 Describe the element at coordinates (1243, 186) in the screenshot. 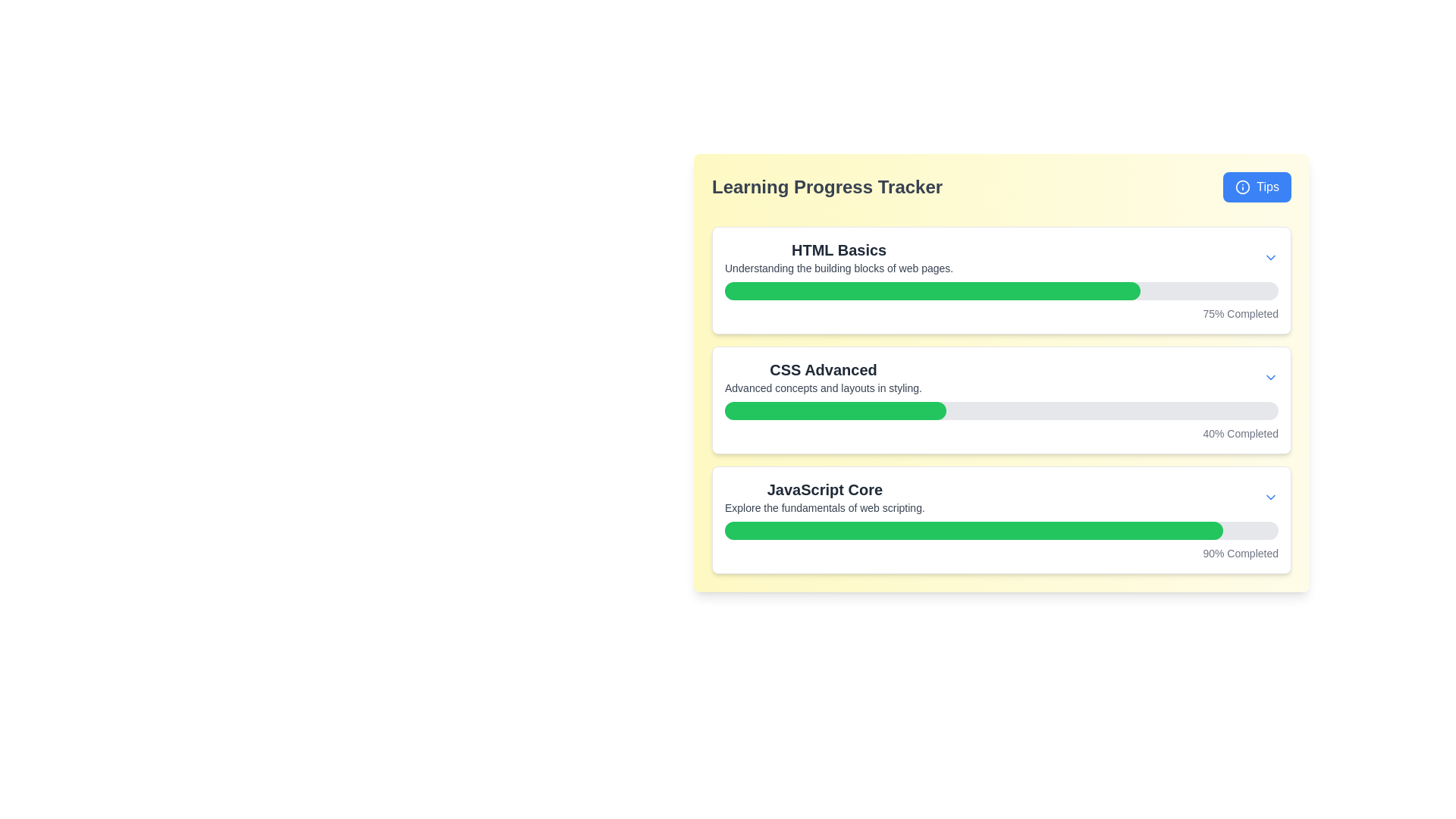

I see `the SVG graphical icon inside the 'Tips' button located at the upper-right corner of the 'Learning Progress Tracker' card` at that location.